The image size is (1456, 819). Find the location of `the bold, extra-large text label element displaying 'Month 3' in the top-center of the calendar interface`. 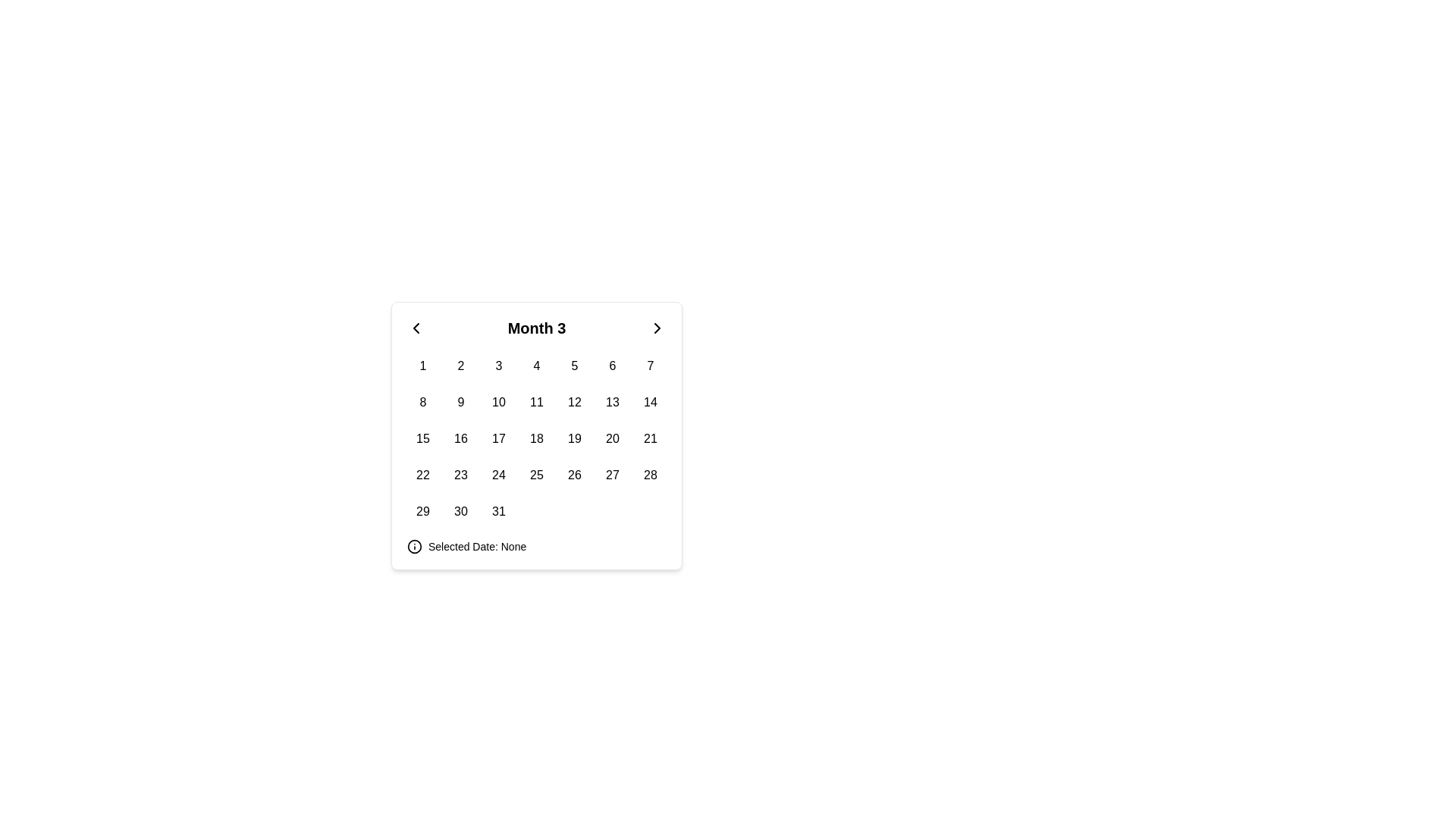

the bold, extra-large text label element displaying 'Month 3' in the top-center of the calendar interface is located at coordinates (537, 327).